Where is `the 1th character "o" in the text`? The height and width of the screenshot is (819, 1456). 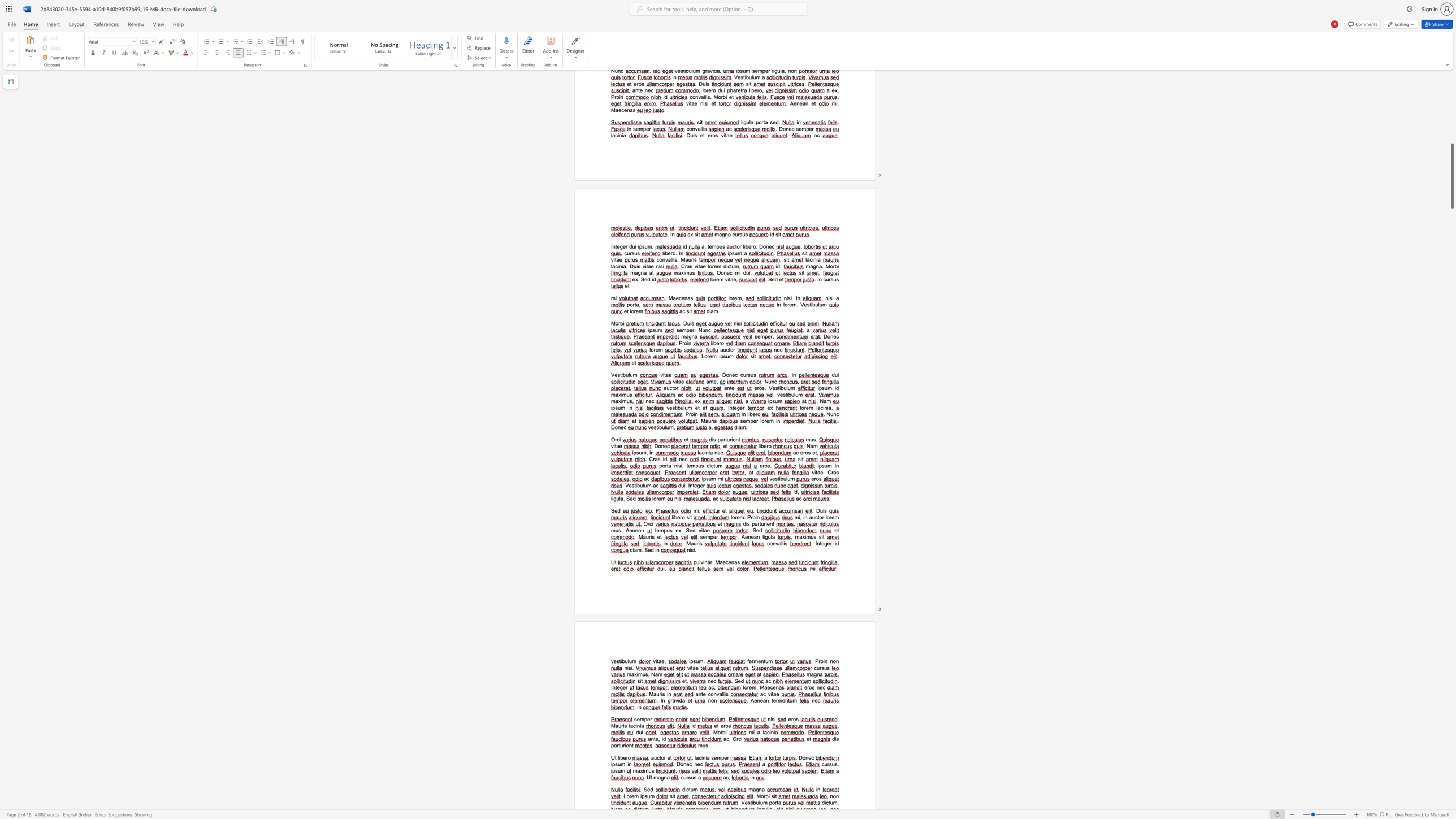
the 1th character "o" in the text is located at coordinates (771, 543).